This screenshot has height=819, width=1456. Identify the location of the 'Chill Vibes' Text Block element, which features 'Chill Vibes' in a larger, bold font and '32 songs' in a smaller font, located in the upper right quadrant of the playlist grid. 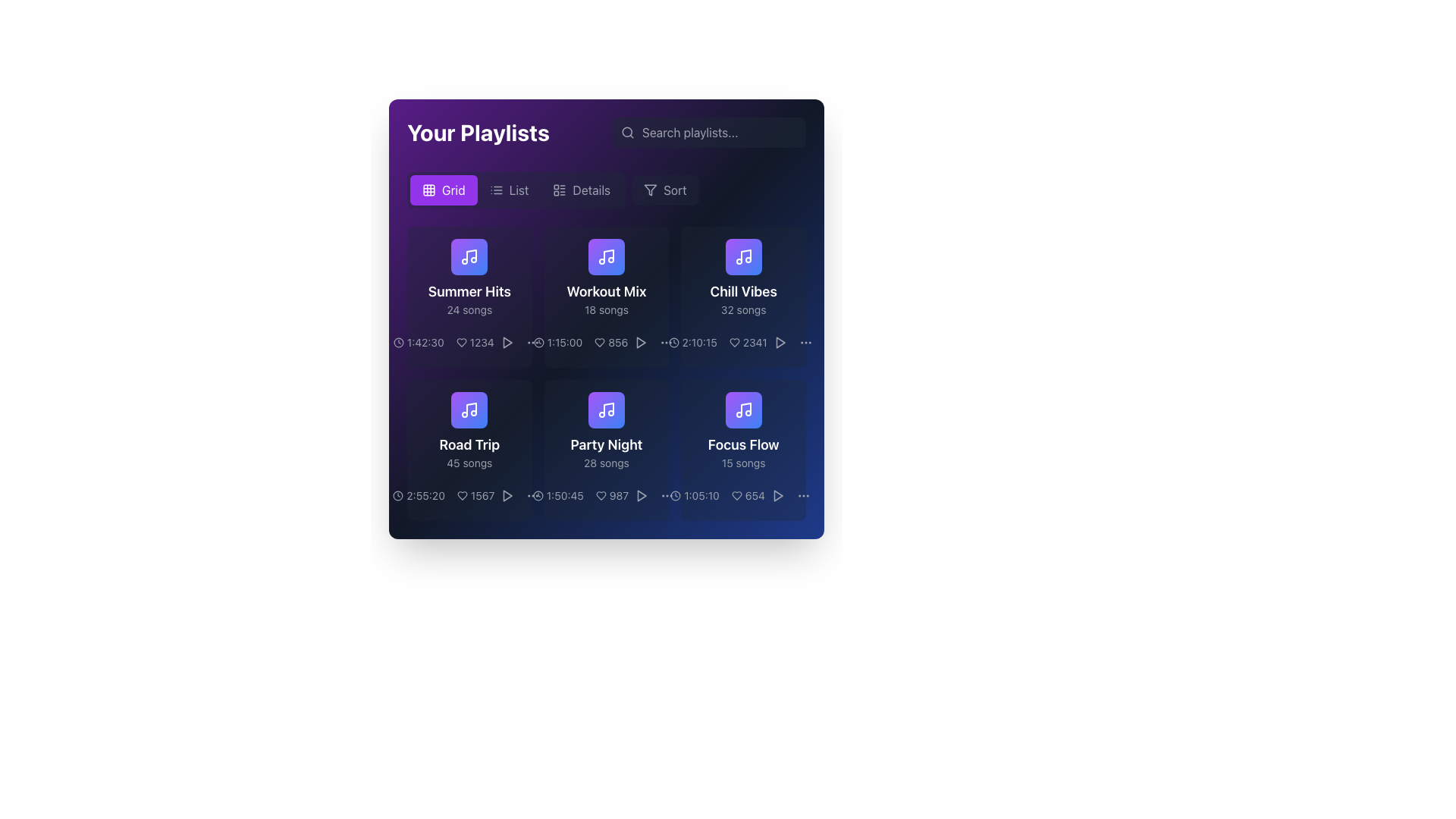
(743, 299).